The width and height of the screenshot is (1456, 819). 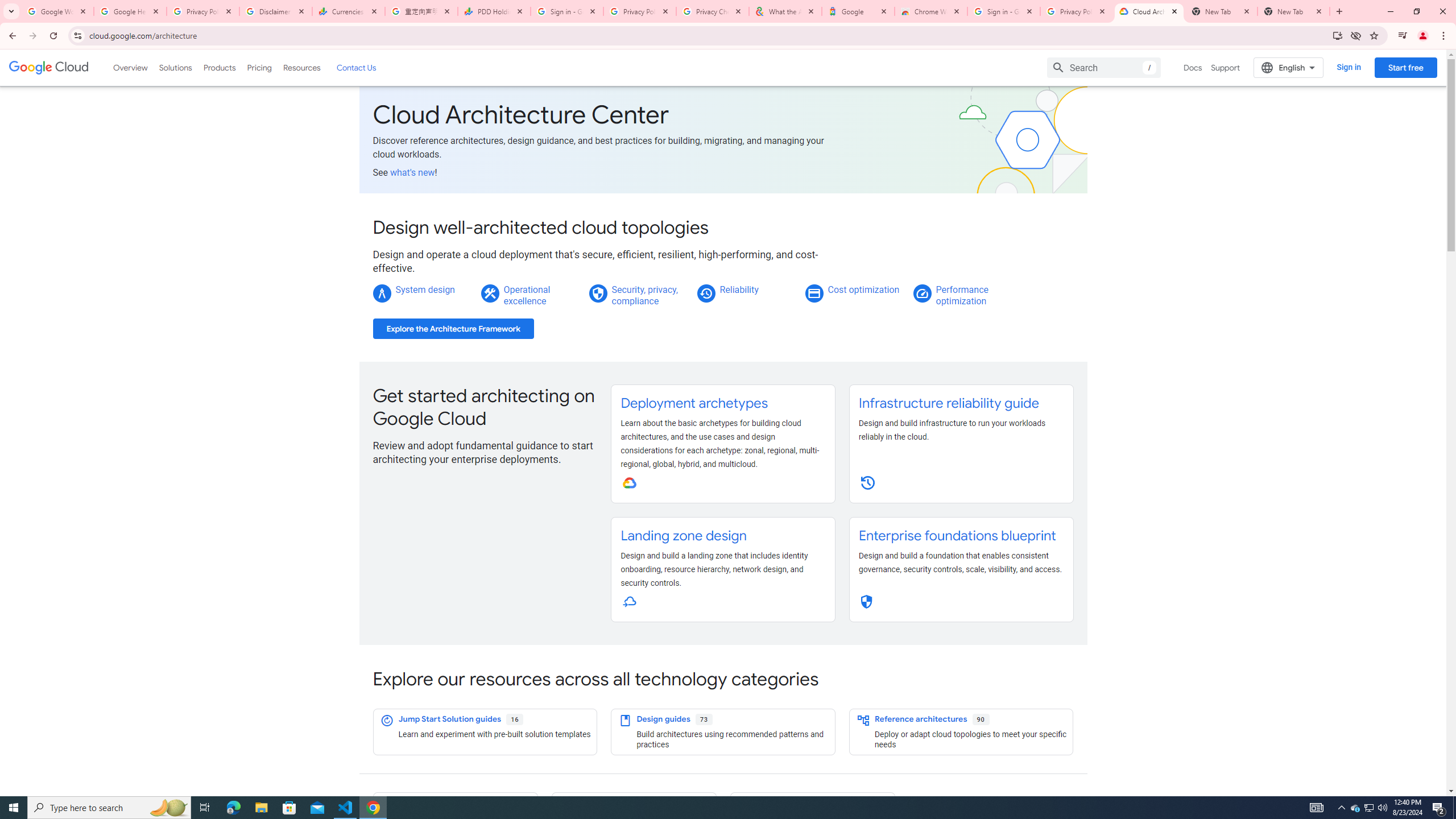 What do you see at coordinates (1288, 67) in the screenshot?
I see `'English'` at bounding box center [1288, 67].